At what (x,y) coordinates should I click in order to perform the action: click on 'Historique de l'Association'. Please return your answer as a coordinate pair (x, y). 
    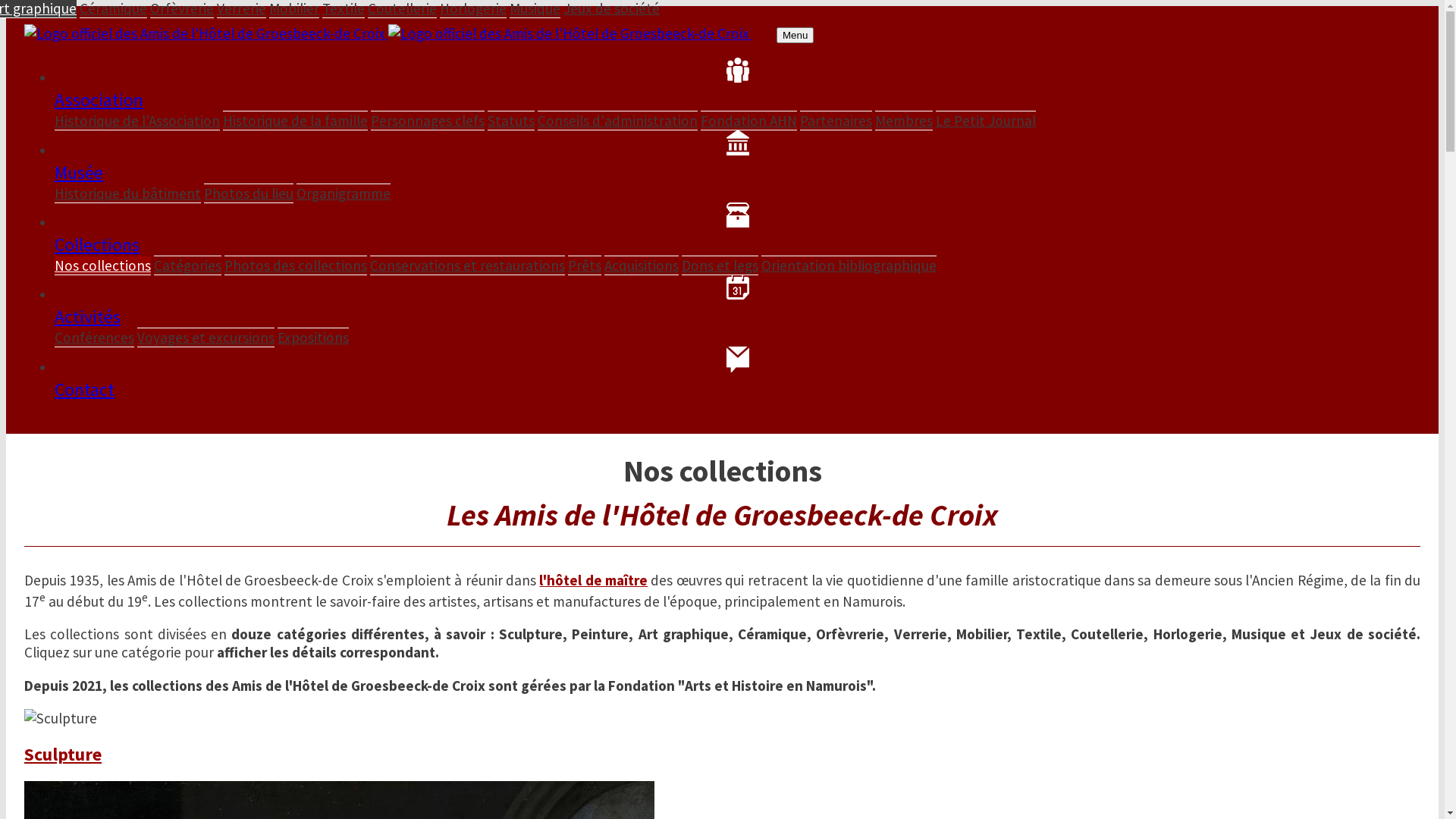
    Looking at the image, I should click on (137, 120).